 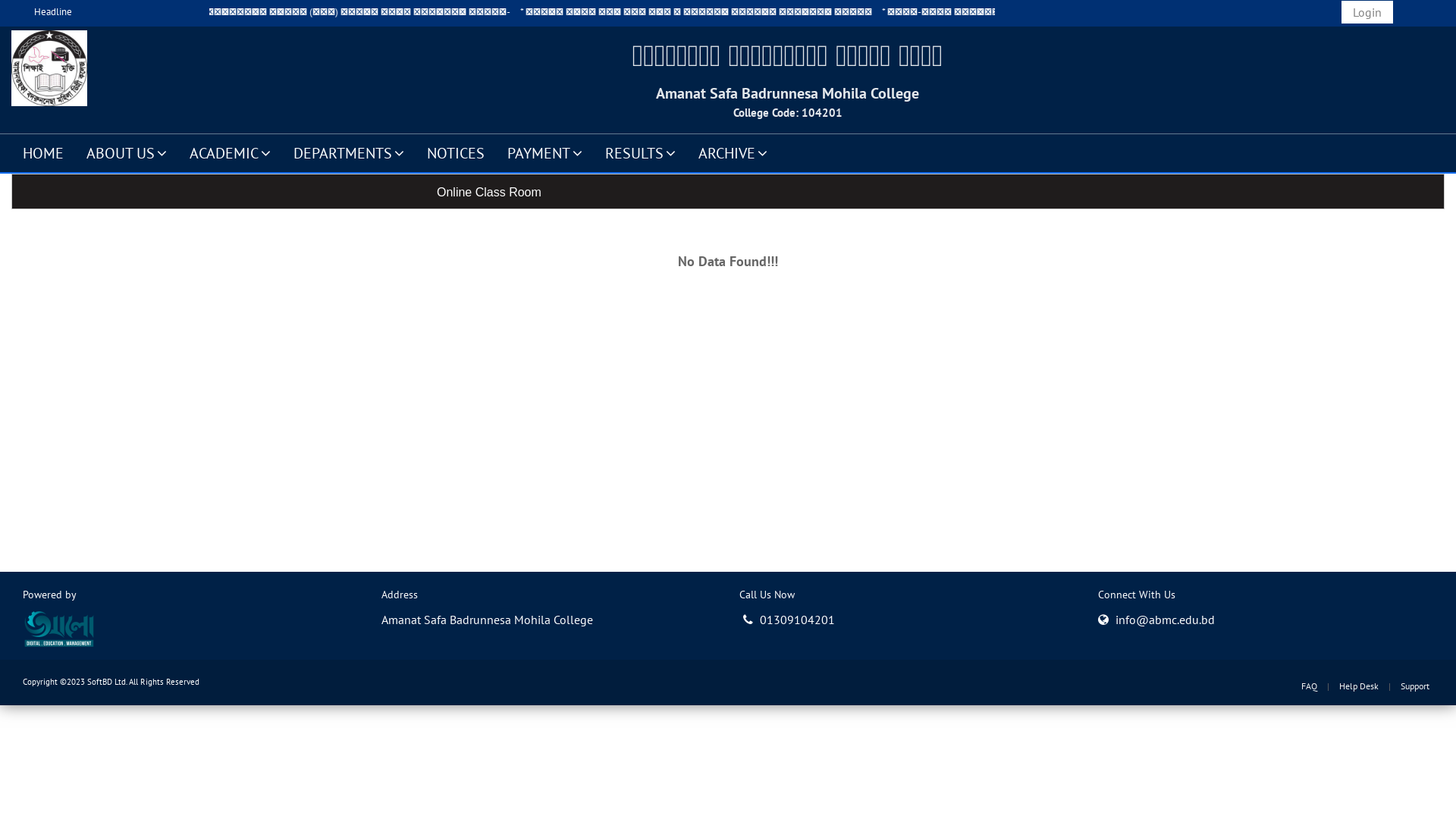 I want to click on 'SoftBD Ltd.', so click(x=86, y=680).